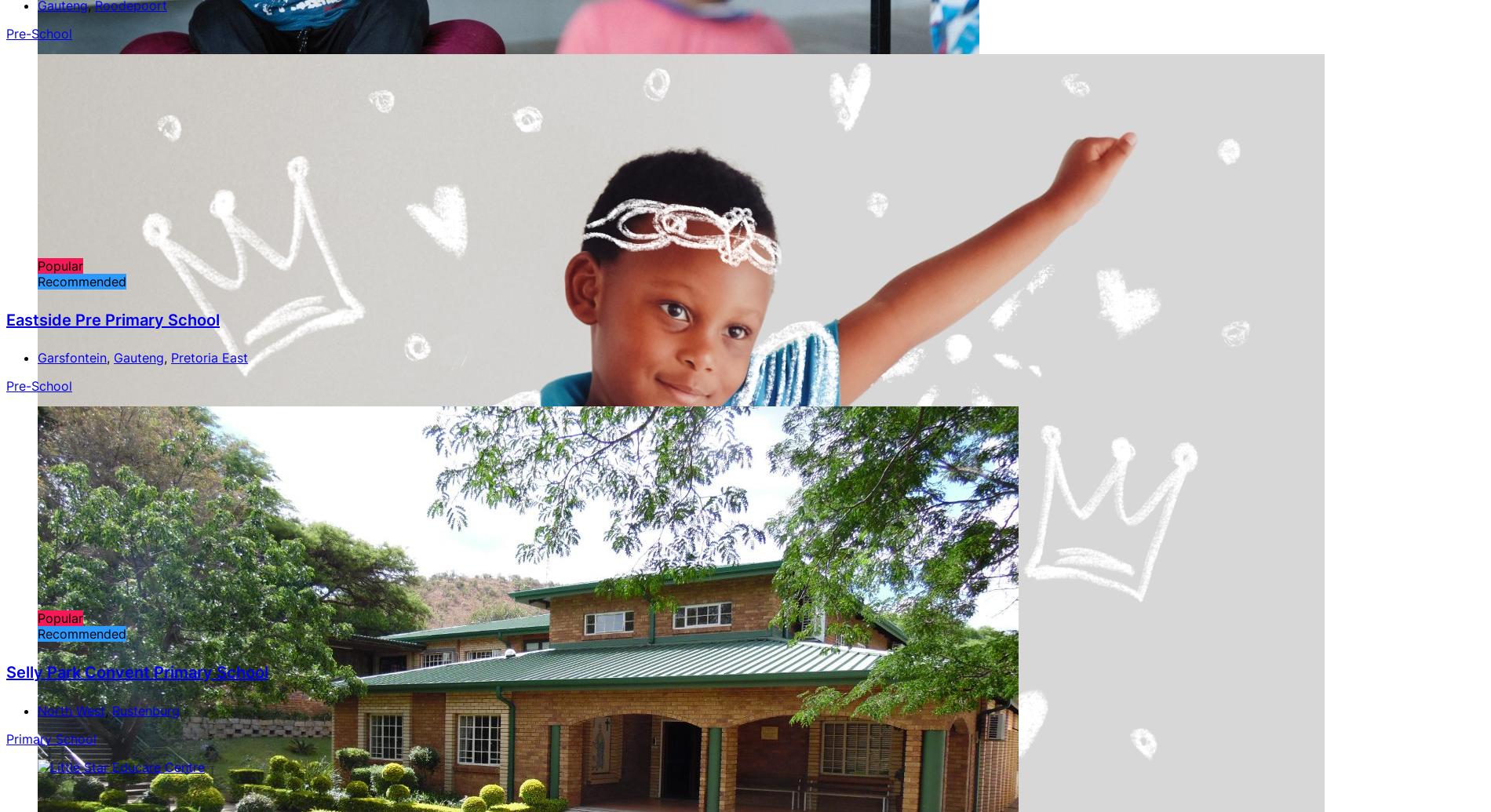 The image size is (1491, 812). I want to click on 'North West', so click(38, 709).